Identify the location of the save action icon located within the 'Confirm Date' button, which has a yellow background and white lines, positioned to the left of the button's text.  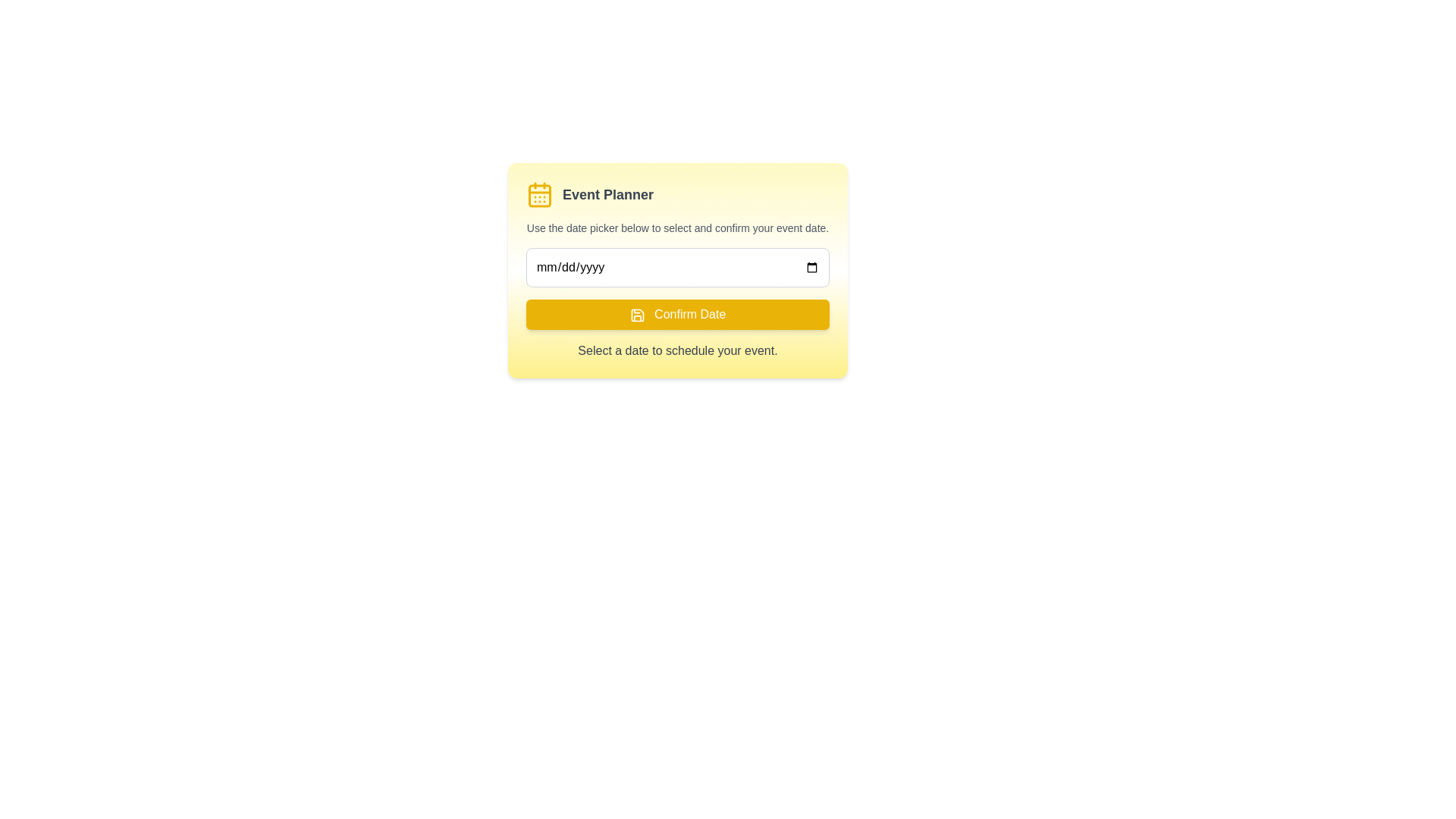
(637, 314).